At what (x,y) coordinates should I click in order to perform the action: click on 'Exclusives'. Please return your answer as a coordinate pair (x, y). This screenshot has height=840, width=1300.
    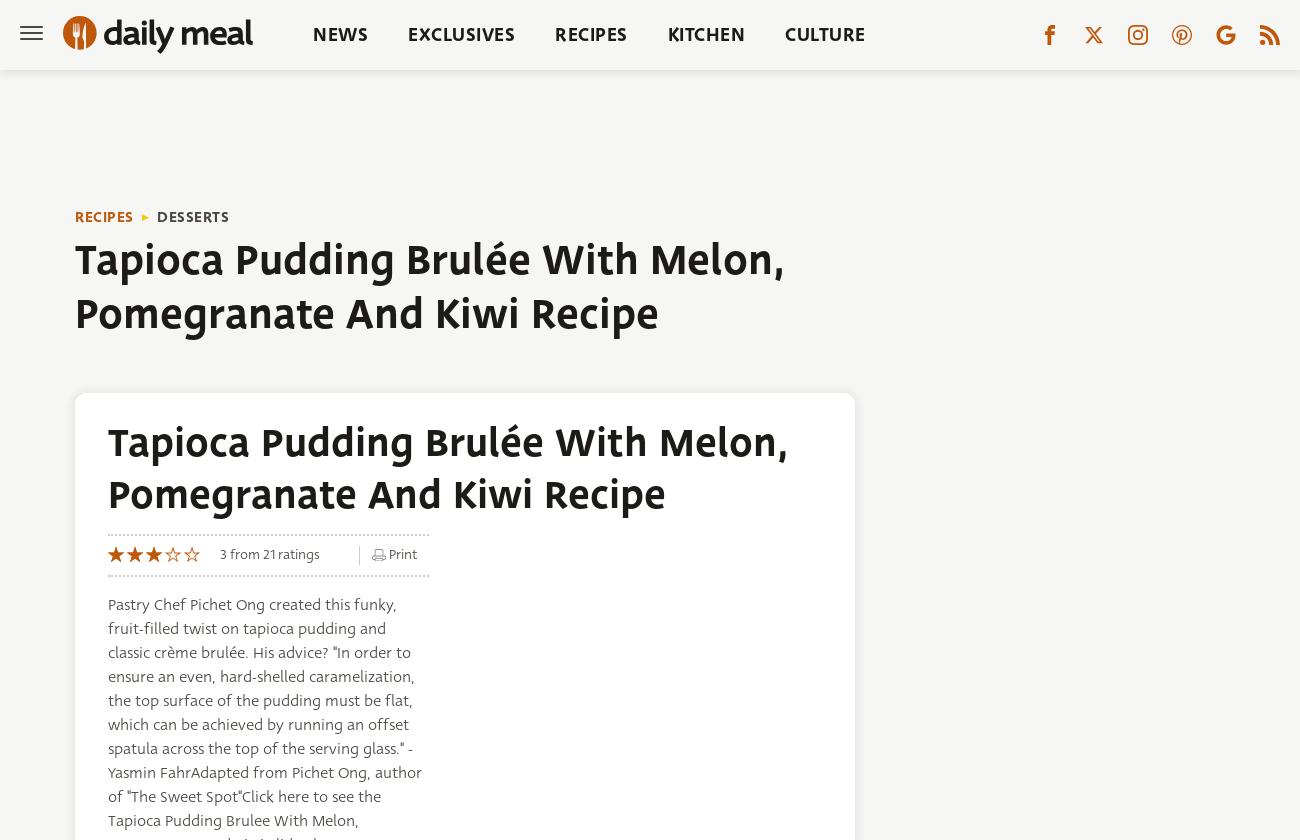
    Looking at the image, I should click on (407, 34).